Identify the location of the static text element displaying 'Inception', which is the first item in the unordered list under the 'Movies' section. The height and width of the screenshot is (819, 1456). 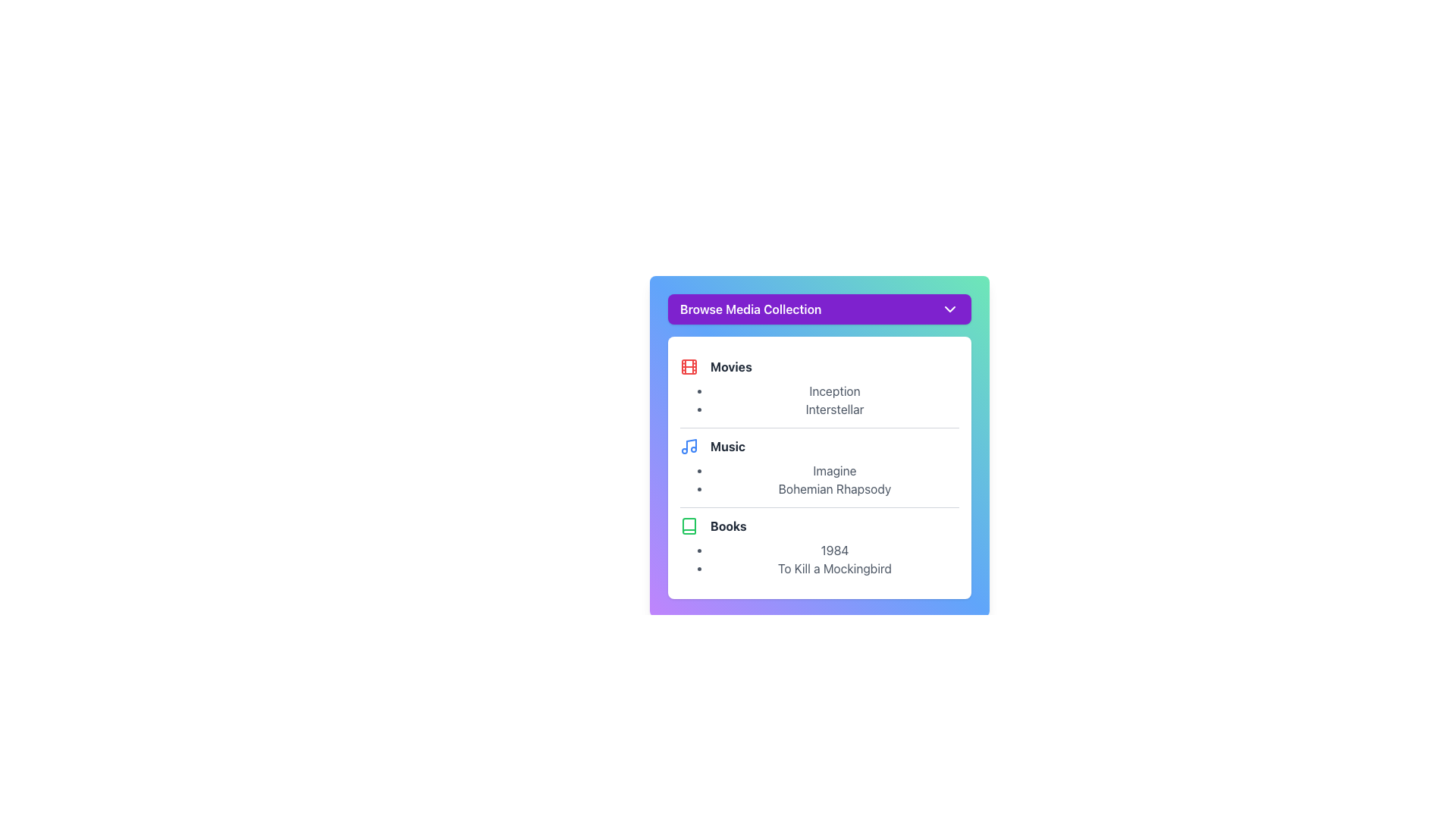
(833, 391).